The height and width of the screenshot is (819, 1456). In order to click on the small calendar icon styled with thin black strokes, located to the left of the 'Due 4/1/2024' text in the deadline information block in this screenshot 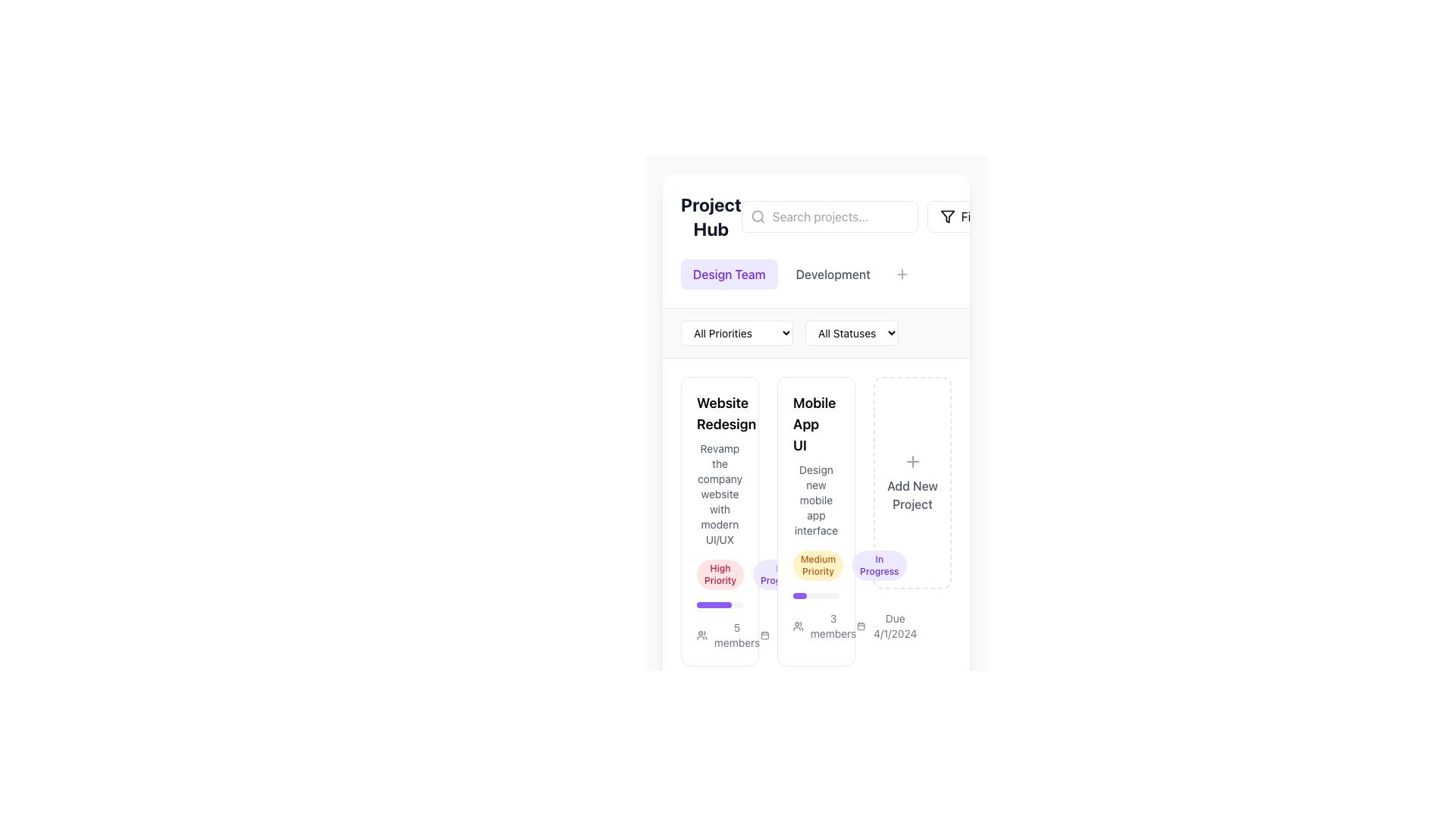, I will do `click(861, 626)`.